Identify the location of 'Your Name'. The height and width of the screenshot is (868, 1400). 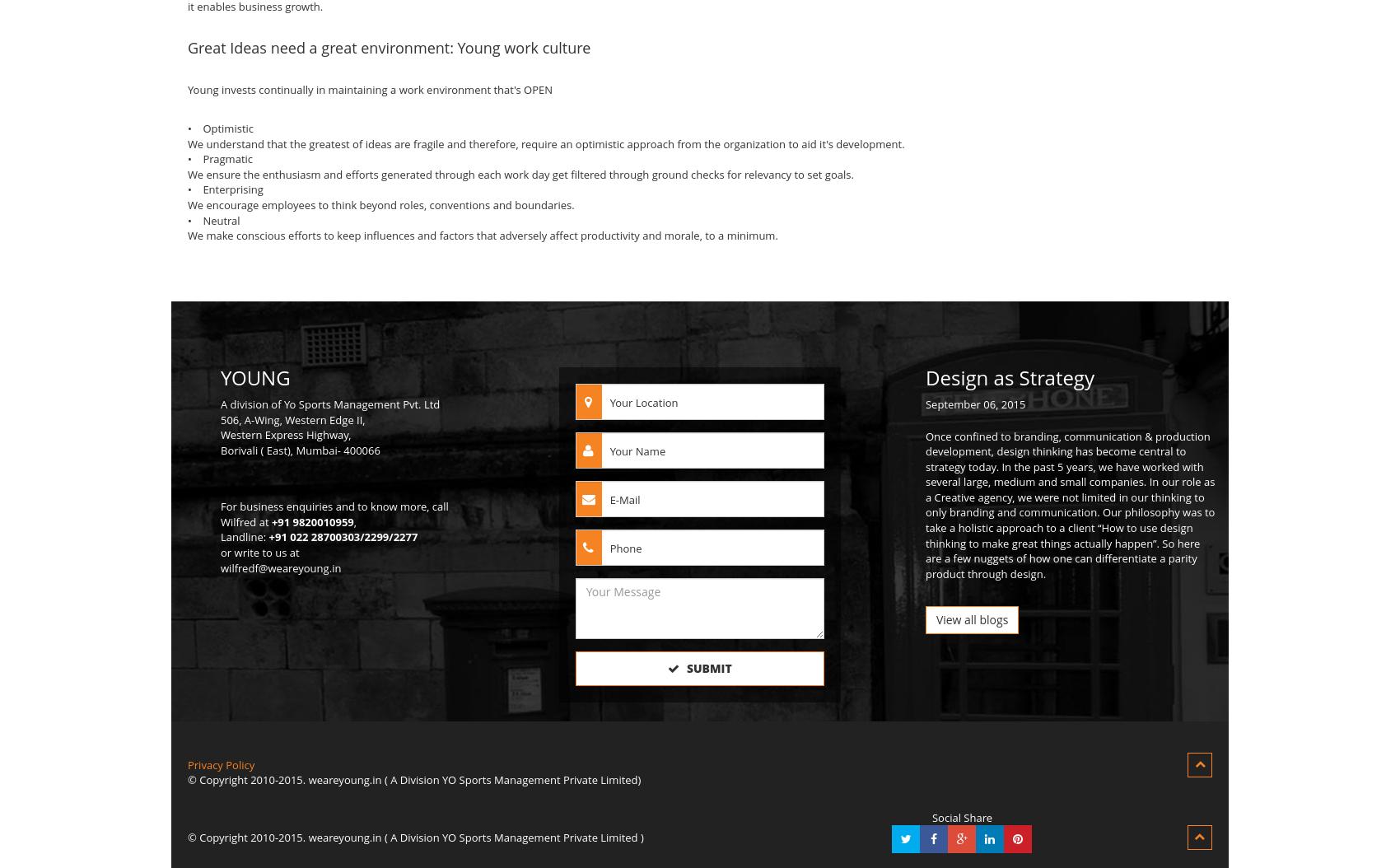
(637, 450).